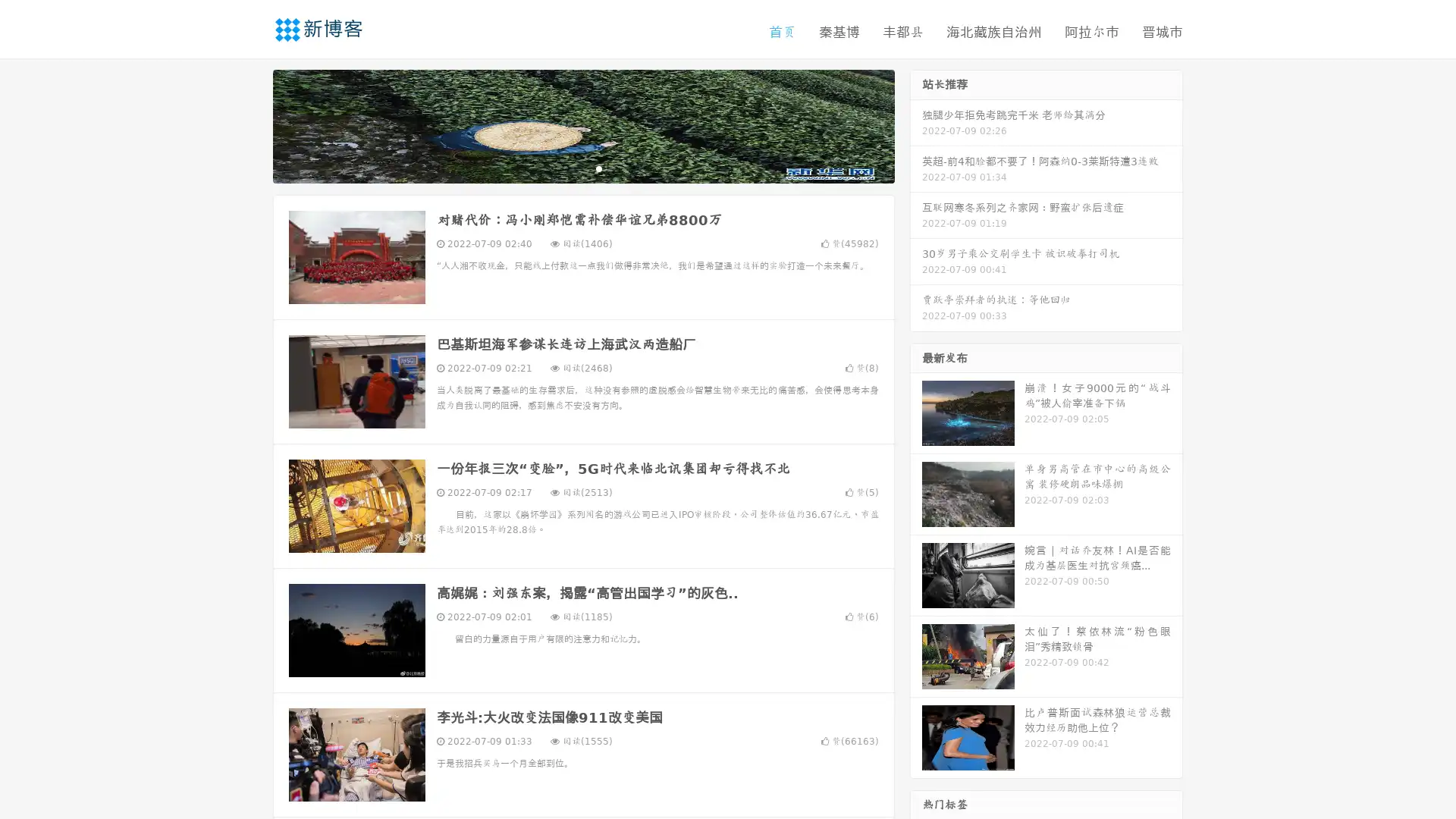 The height and width of the screenshot is (819, 1456). I want to click on Go to slide 1, so click(567, 171).